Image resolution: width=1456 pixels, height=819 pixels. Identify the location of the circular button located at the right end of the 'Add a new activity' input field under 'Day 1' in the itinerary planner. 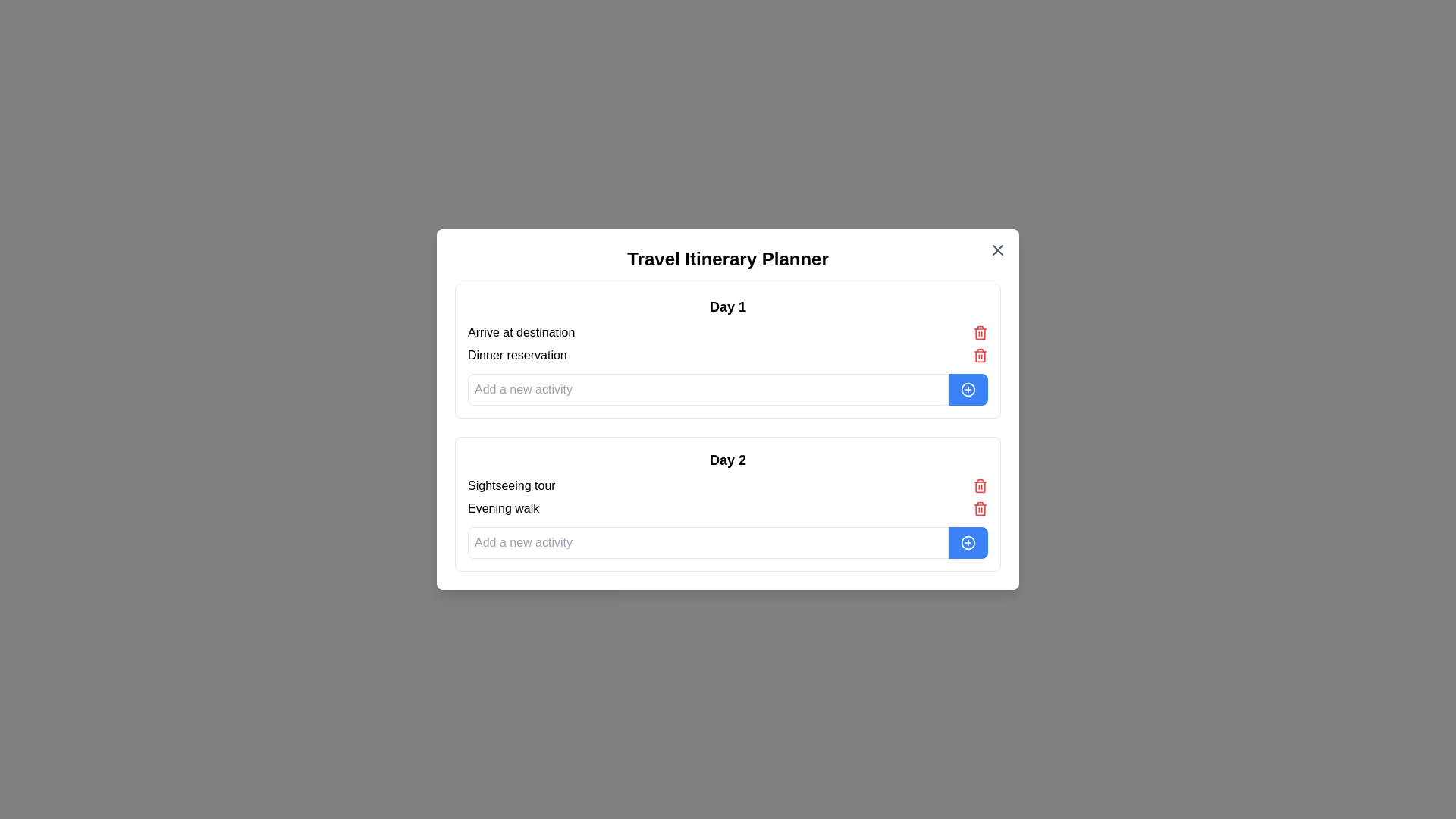
(967, 388).